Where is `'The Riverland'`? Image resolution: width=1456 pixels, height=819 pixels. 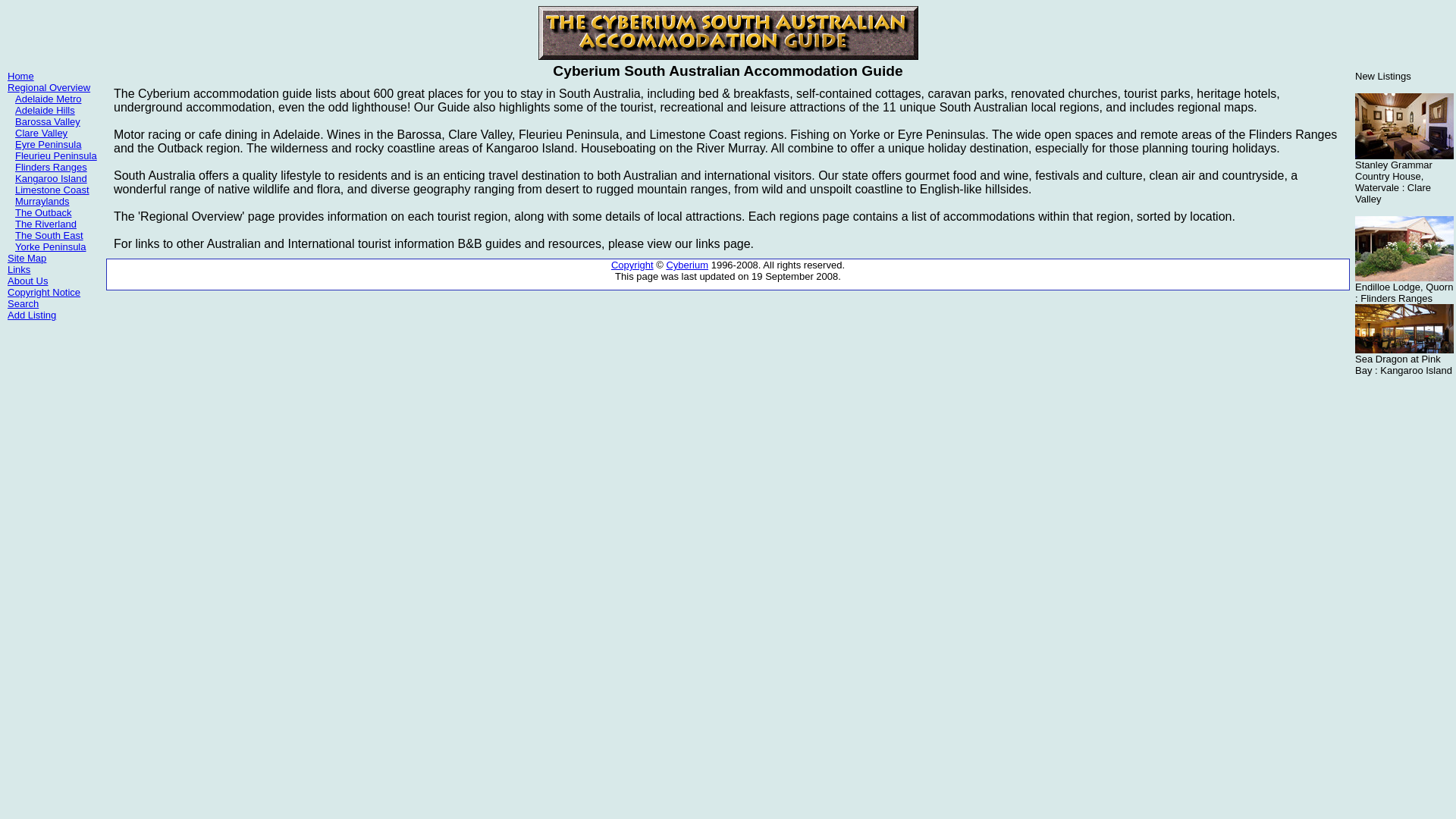
'The Riverland' is located at coordinates (45, 224).